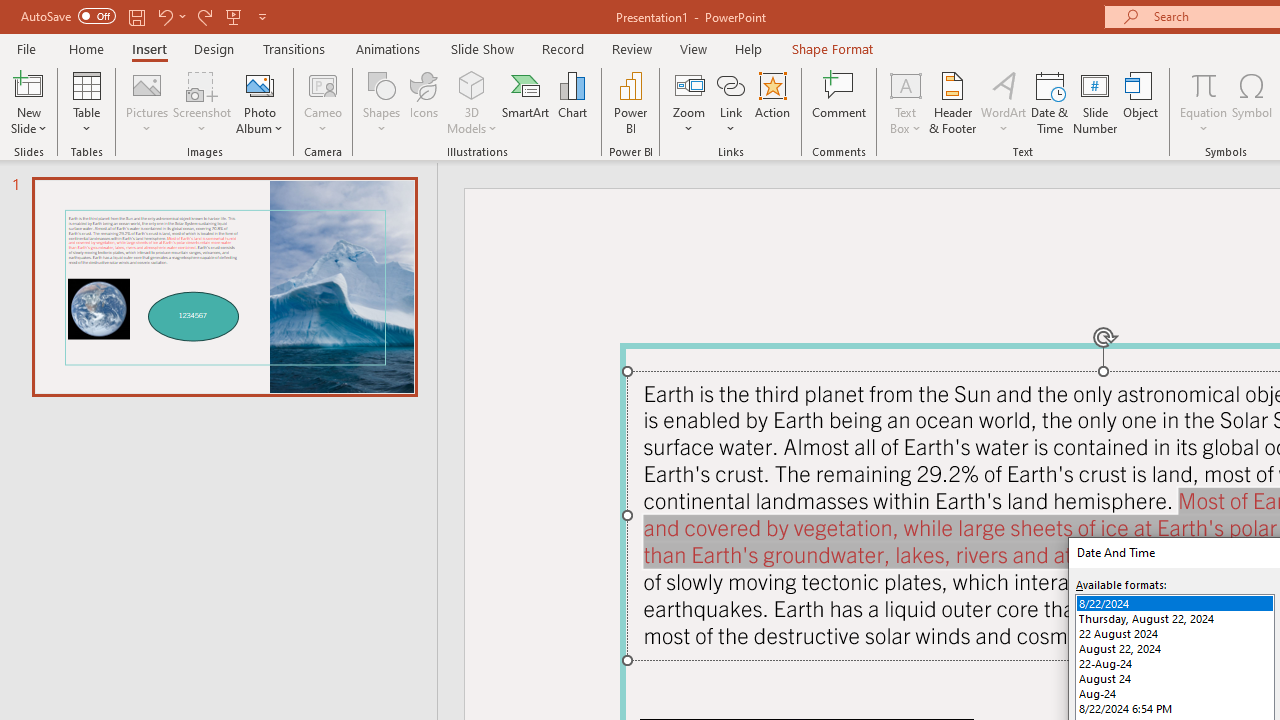 The height and width of the screenshot is (720, 1280). I want to click on 'August 24', so click(1175, 677).